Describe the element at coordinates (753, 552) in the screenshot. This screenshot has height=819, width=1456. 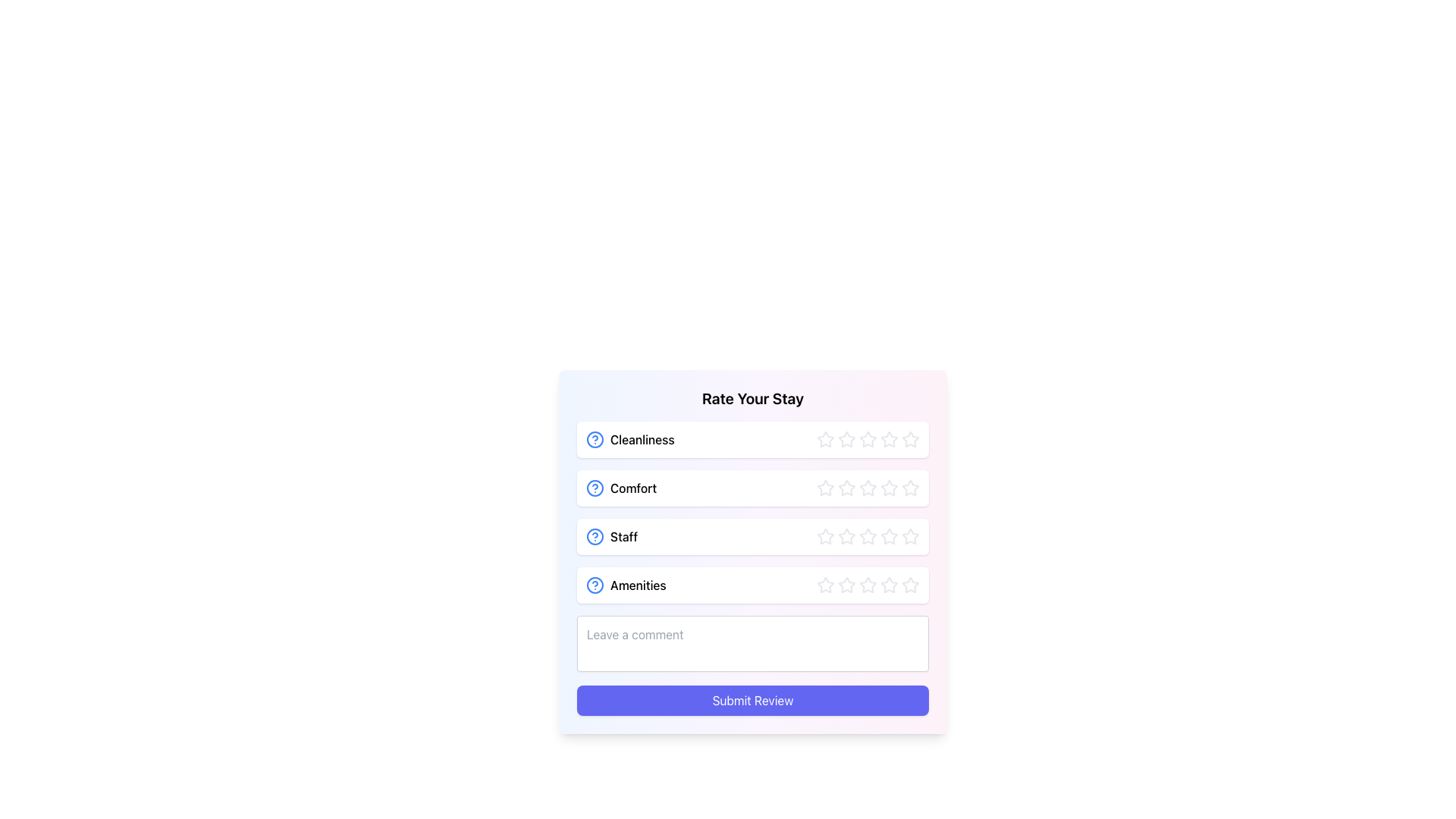
I see `the third Interactive Rating Section for 'Staff'` at that location.